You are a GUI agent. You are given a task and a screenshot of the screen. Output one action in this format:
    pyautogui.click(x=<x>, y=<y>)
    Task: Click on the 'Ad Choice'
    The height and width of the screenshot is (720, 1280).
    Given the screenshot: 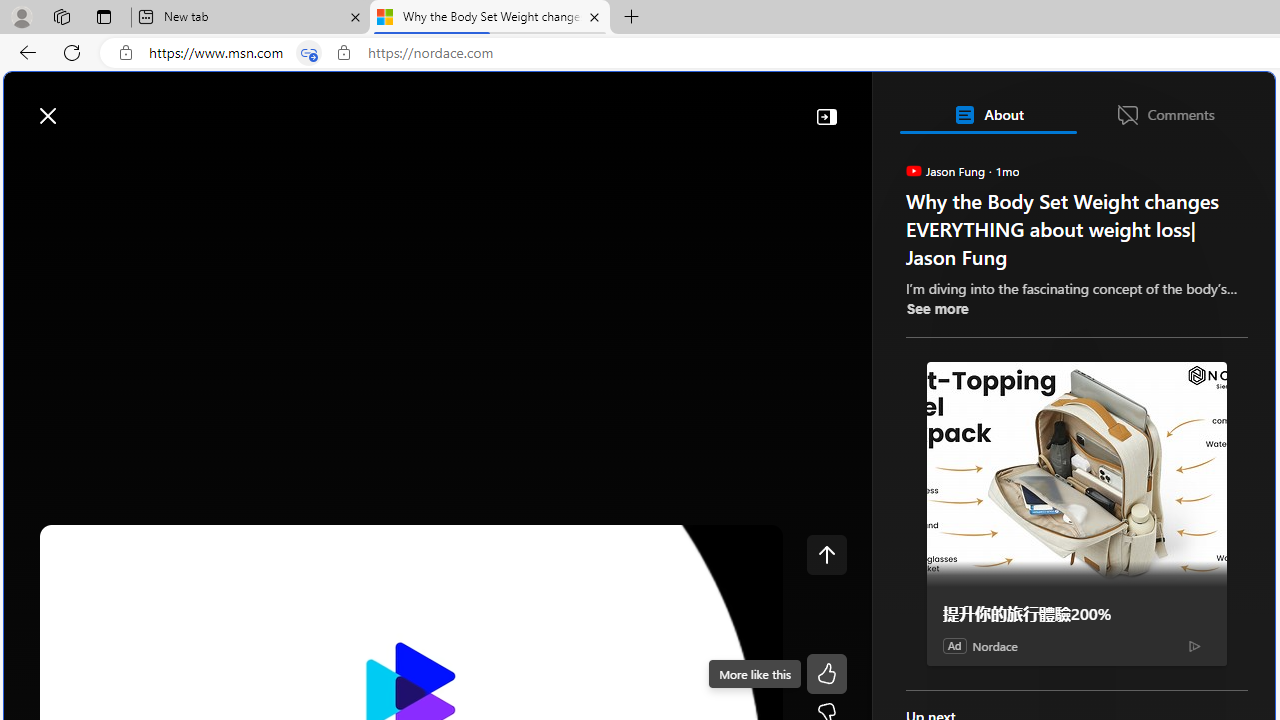 What is the action you would take?
    pyautogui.click(x=1194, y=645)
    